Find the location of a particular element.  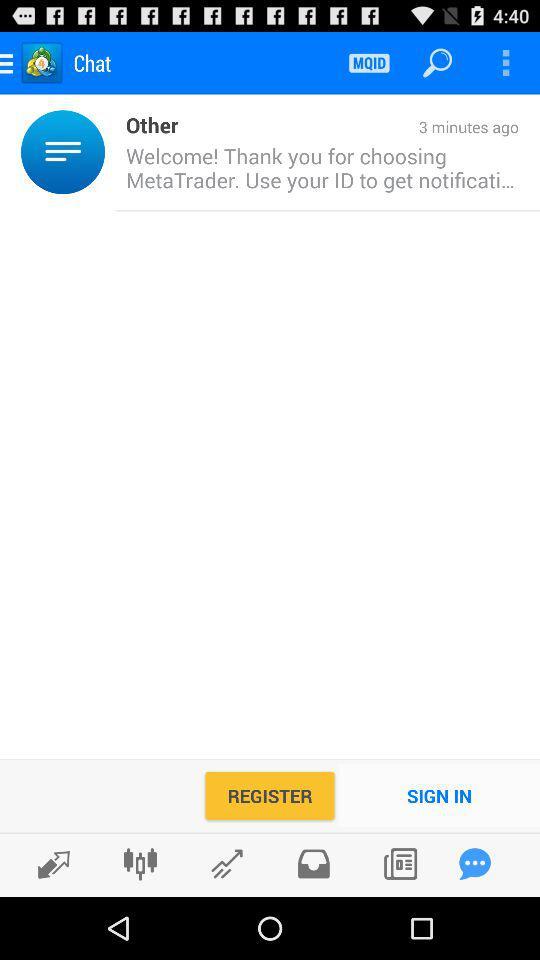

files is located at coordinates (313, 863).